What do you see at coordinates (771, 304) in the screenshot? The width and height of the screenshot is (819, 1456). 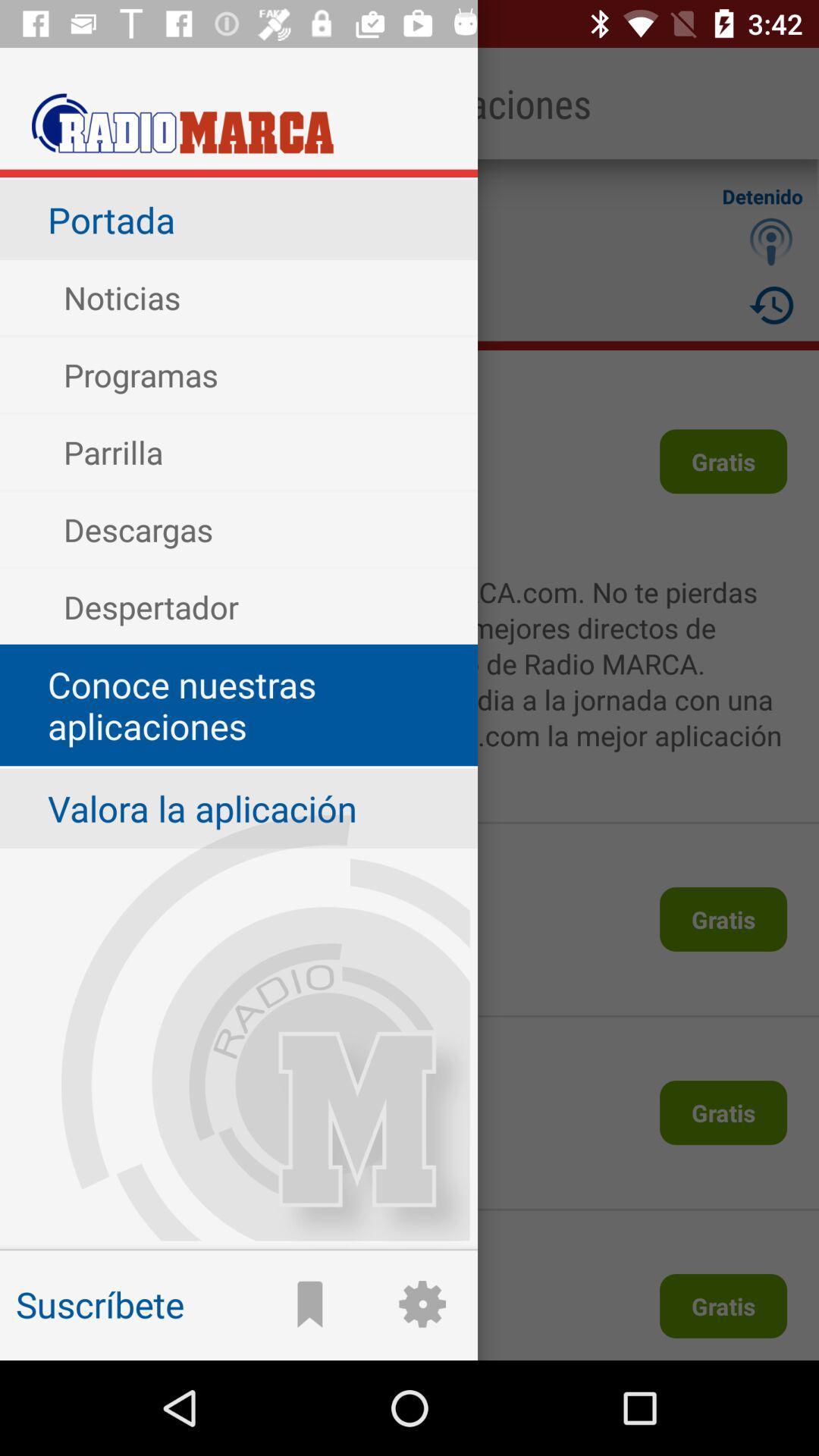 I see `the history icon` at bounding box center [771, 304].